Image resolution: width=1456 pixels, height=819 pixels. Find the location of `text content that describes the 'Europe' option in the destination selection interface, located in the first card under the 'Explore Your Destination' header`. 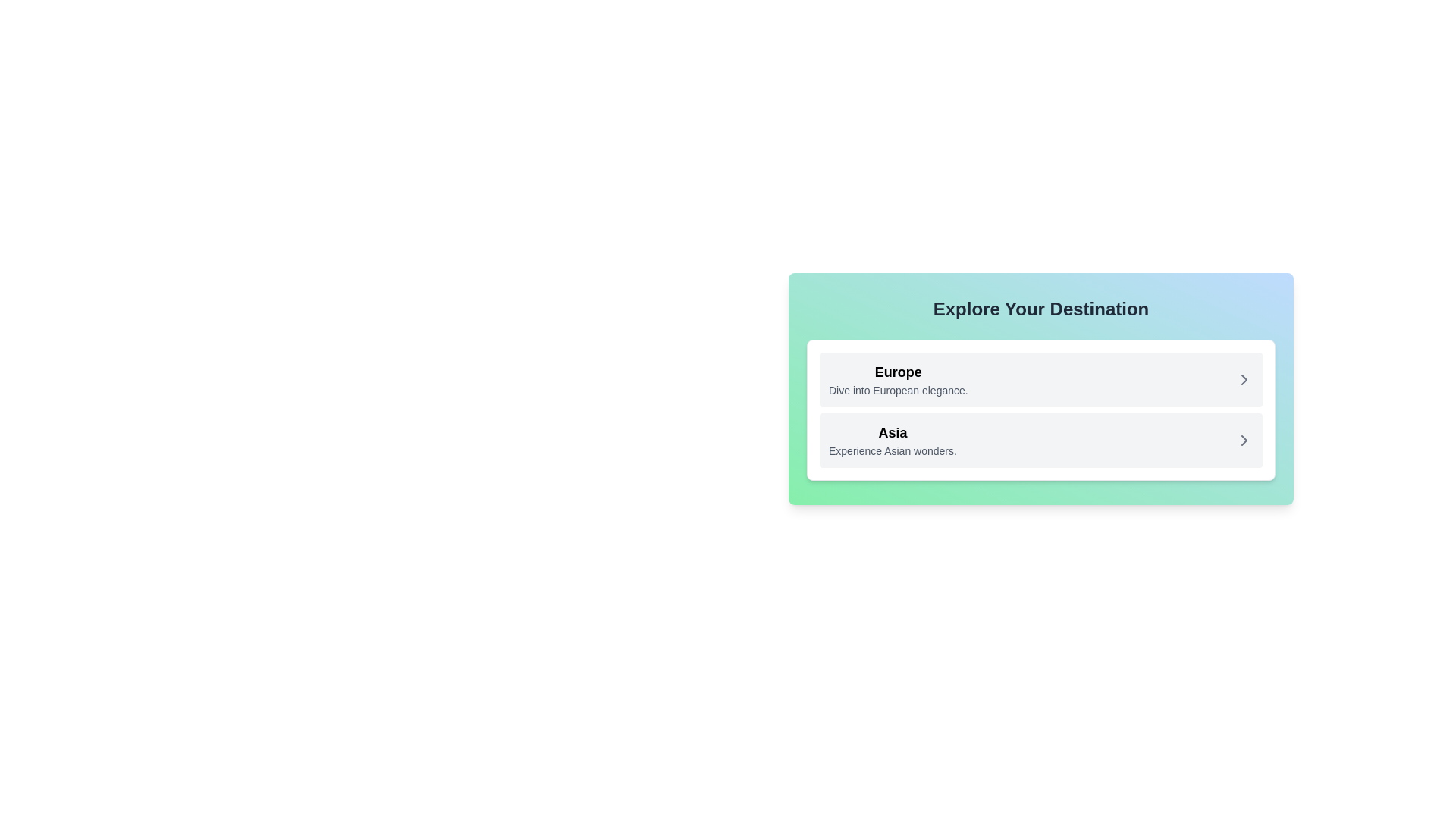

text content that describes the 'Europe' option in the destination selection interface, located in the first card under the 'Explore Your Destination' header is located at coordinates (898, 379).